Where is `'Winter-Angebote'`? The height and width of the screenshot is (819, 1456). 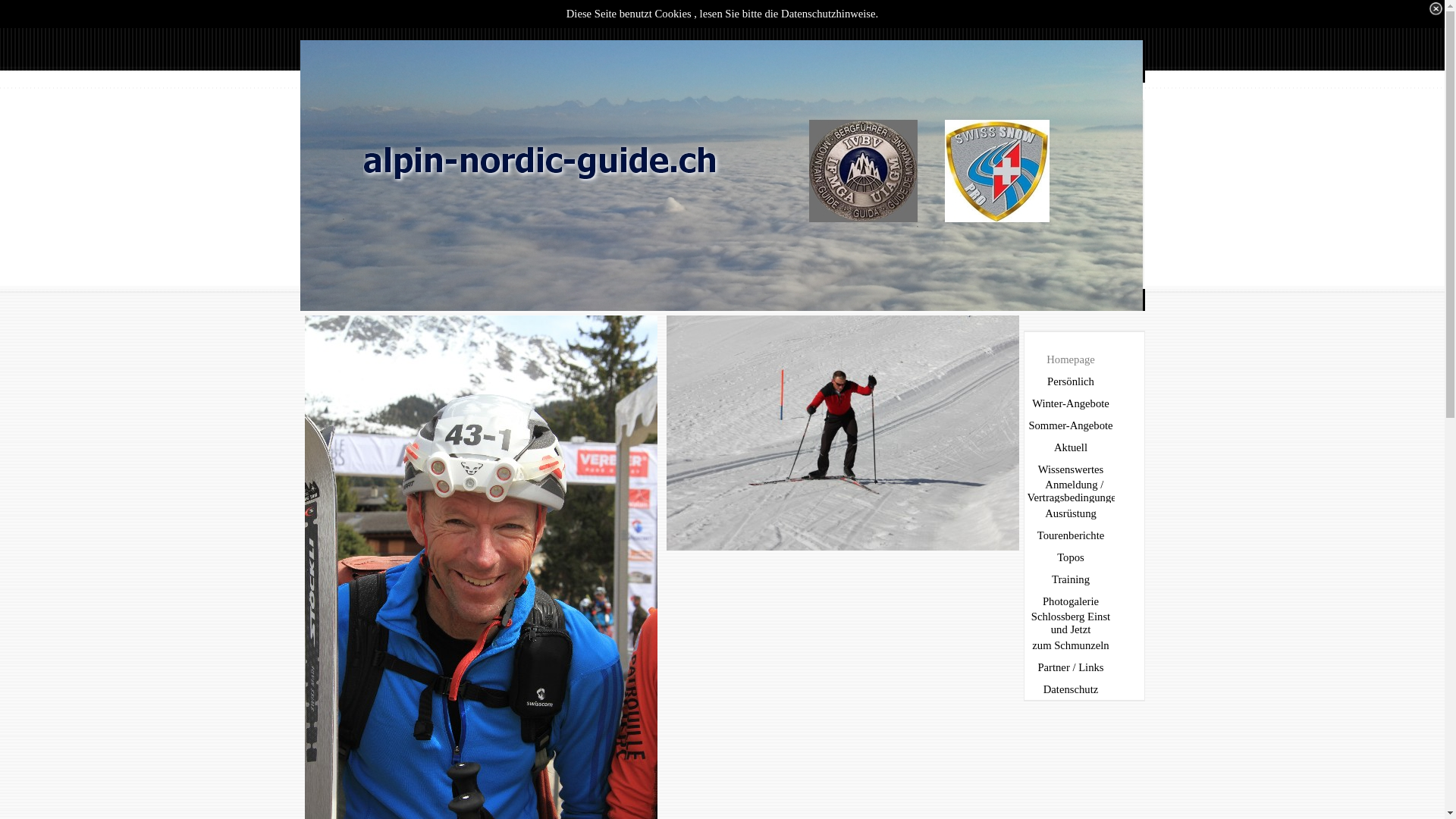 'Winter-Angebote' is located at coordinates (1072, 403).